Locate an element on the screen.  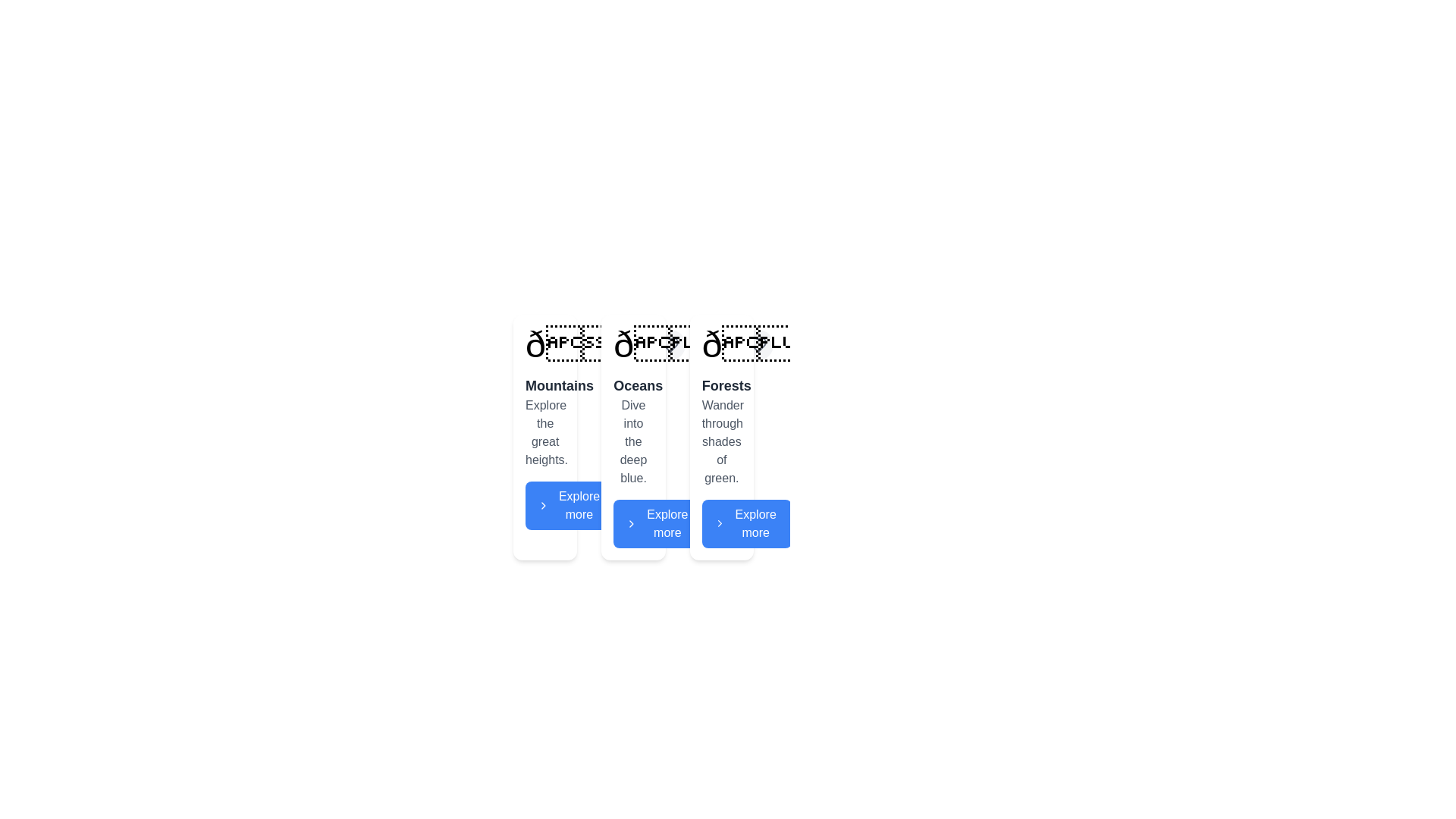
the rightwards chevron icon within the blue 'Explore more' button, which is the leftmost of three buttons at the bottom of the cards is located at coordinates (543, 506).